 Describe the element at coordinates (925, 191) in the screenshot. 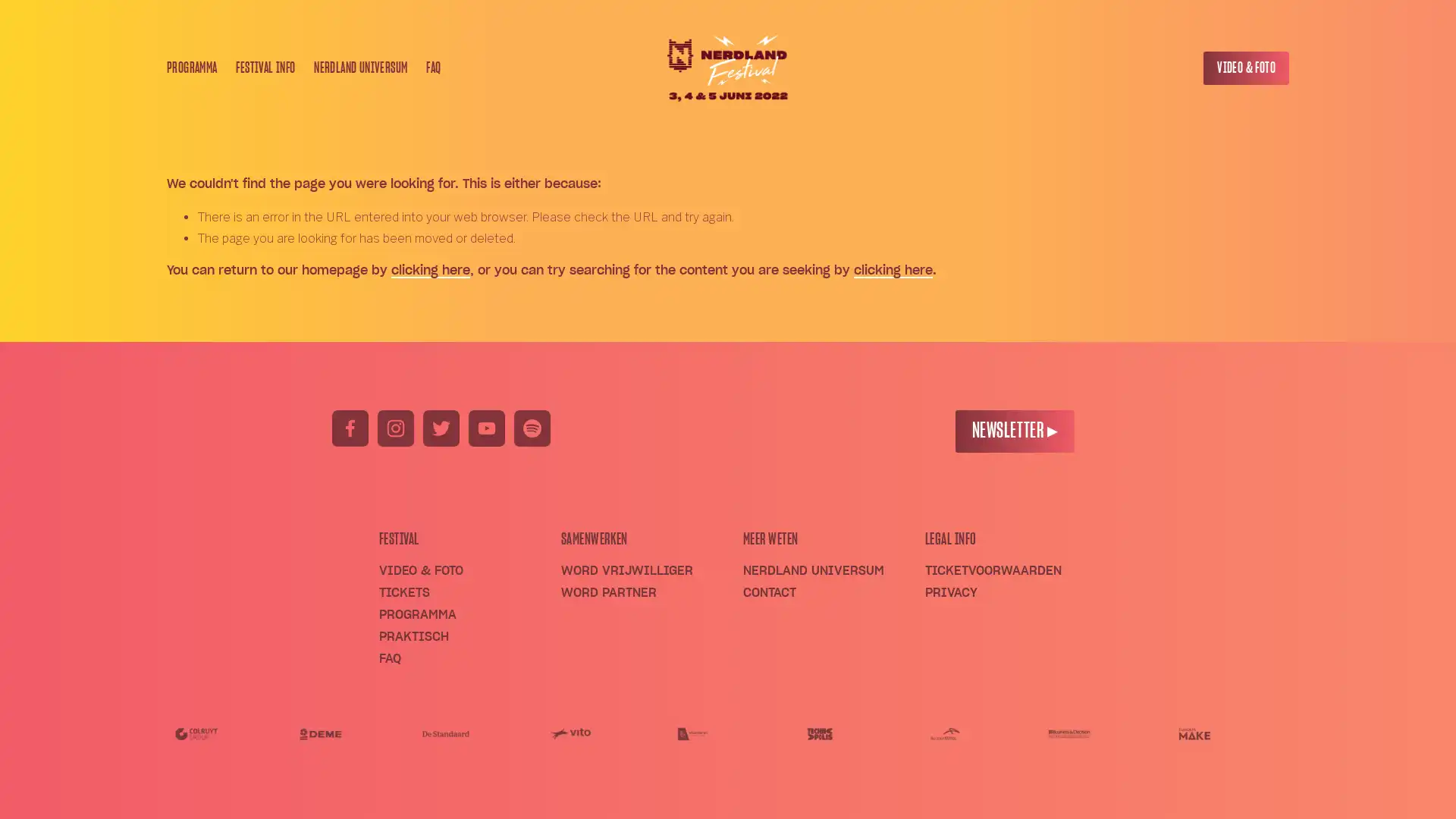

I see `Close` at that location.